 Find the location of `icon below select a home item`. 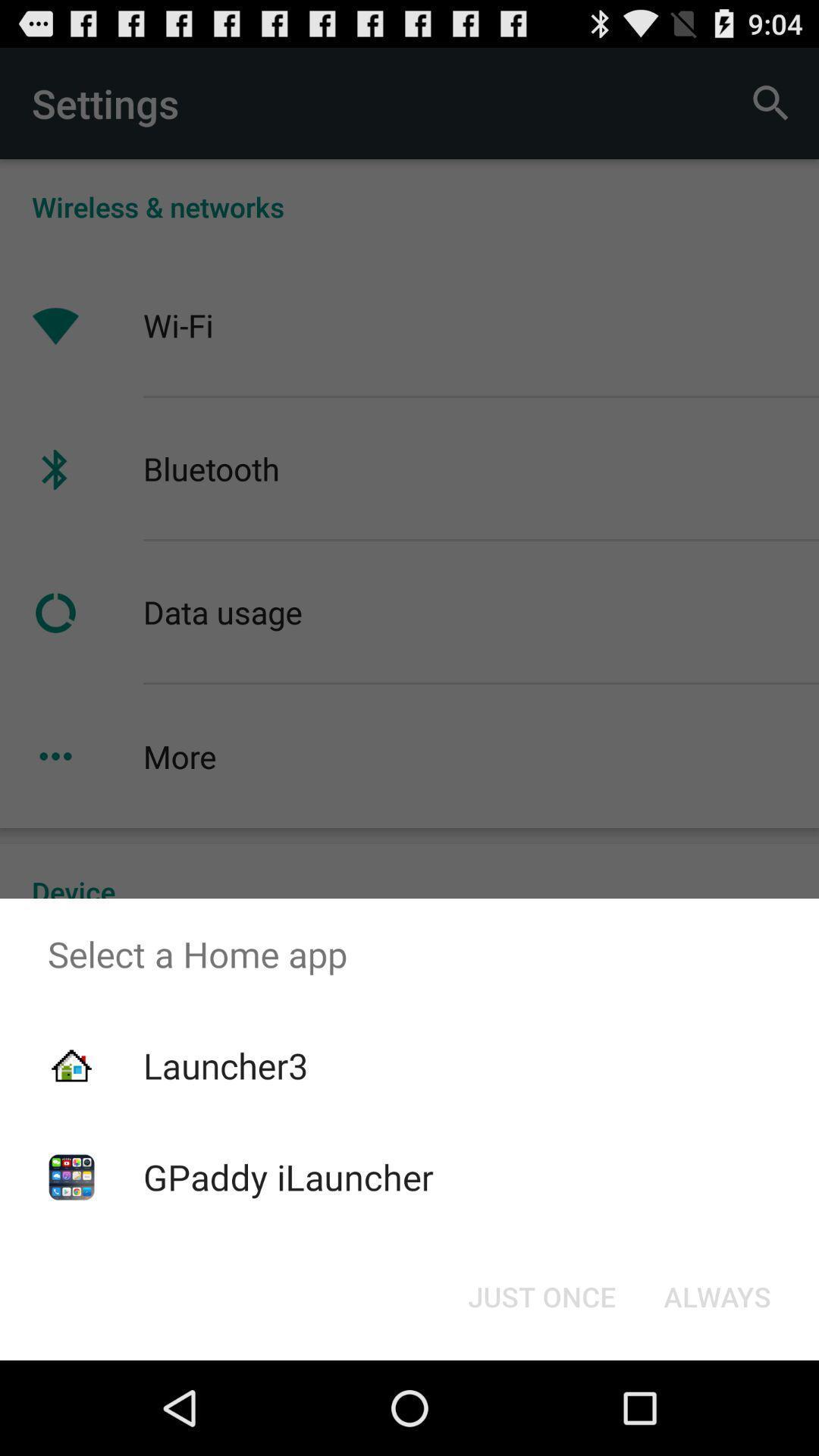

icon below select a home item is located at coordinates (225, 1065).